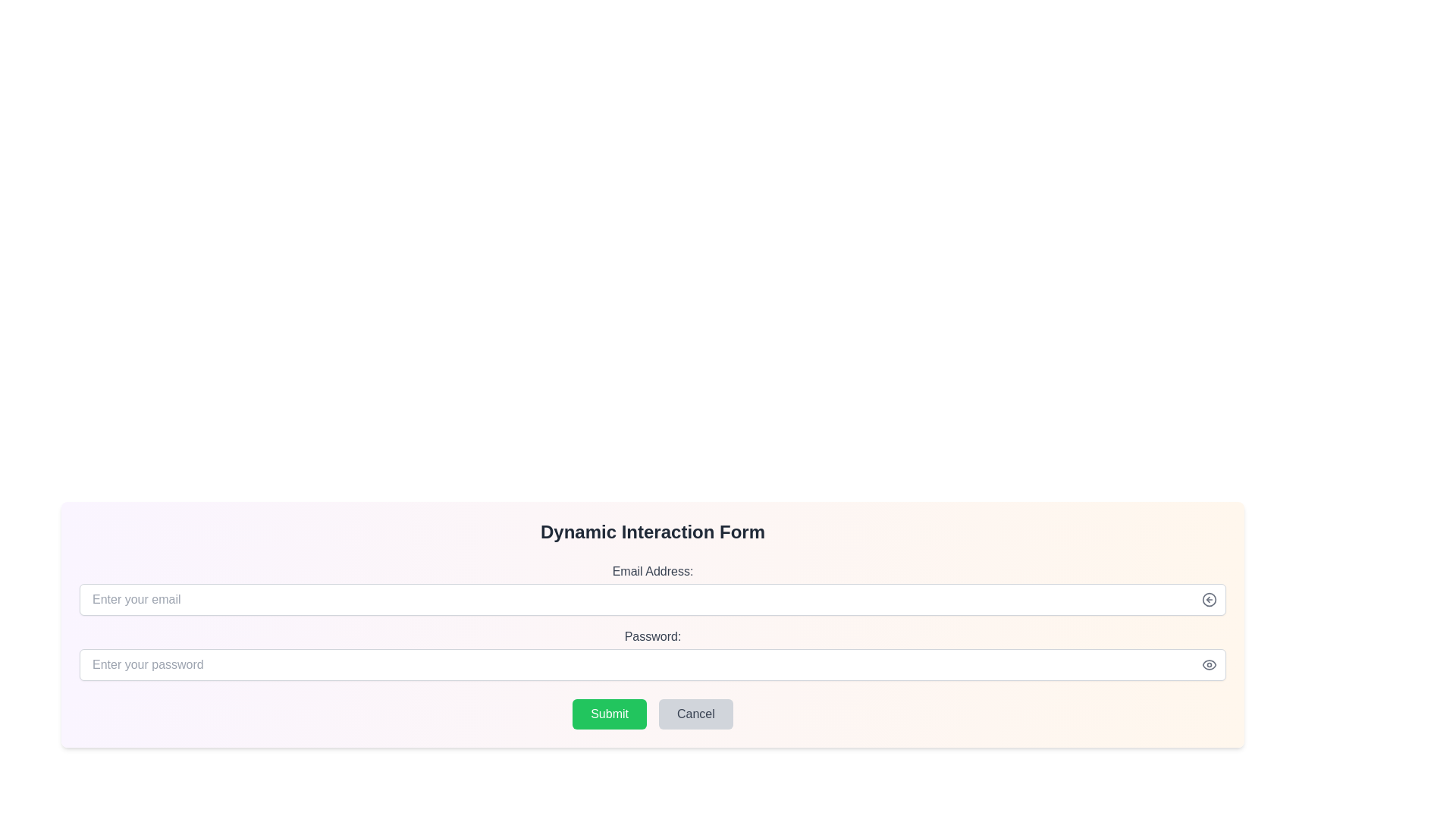 The image size is (1456, 819). Describe the element at coordinates (652, 571) in the screenshot. I see `the text label reading 'Email Address:' which serves as an identifier for the email input field` at that location.